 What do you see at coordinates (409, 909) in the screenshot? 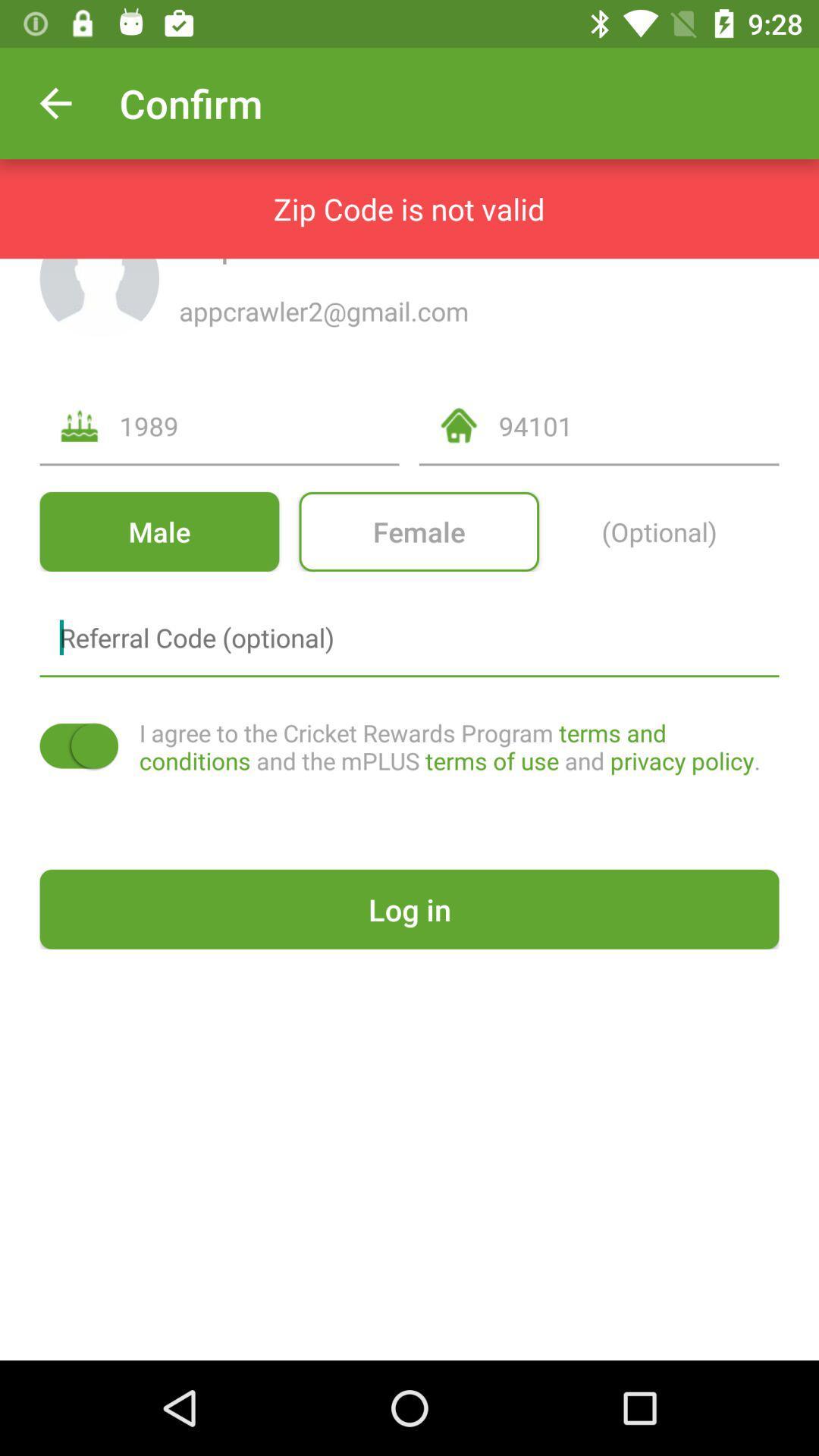
I see `log in icon` at bounding box center [409, 909].